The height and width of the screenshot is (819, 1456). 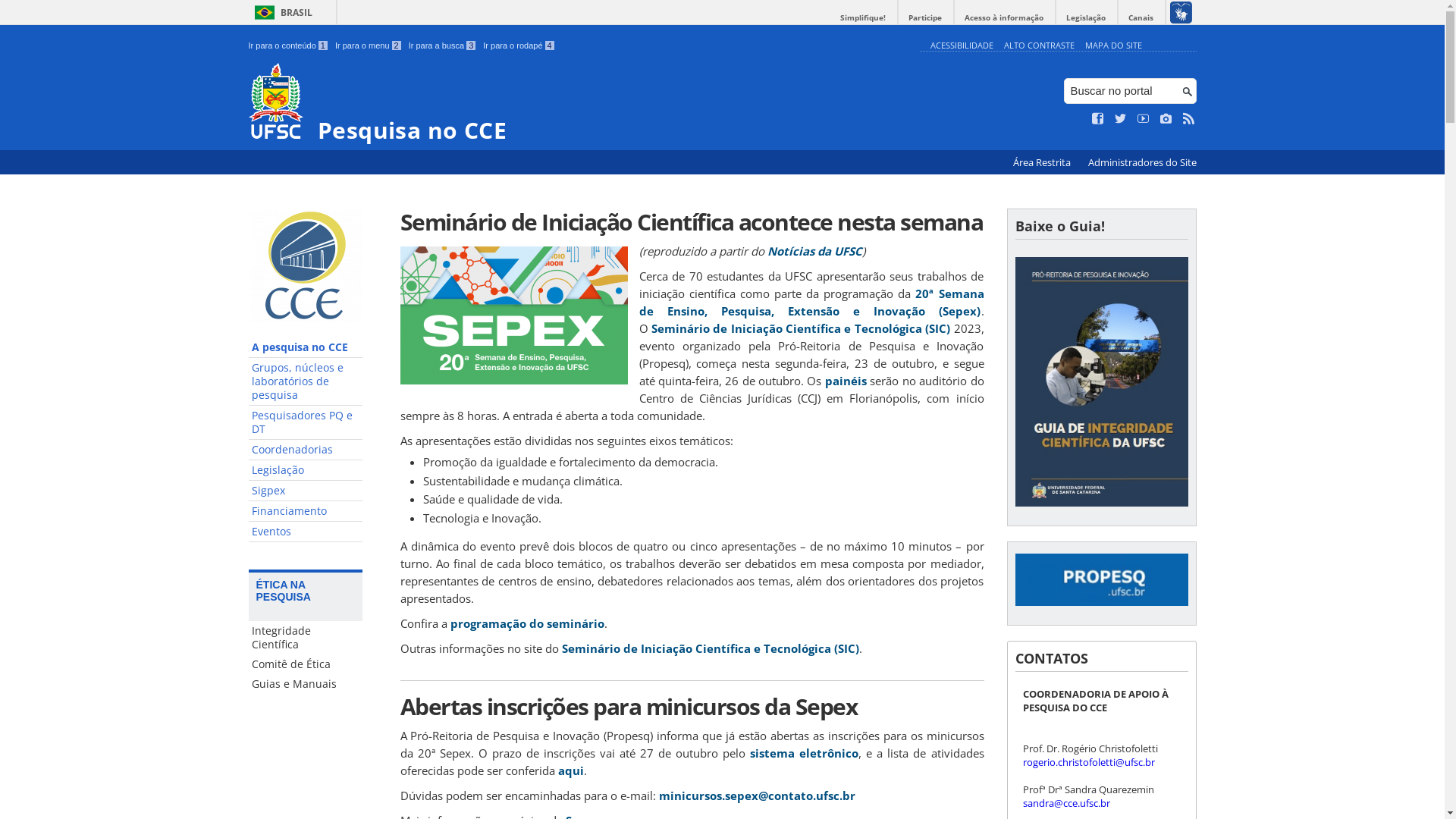 I want to click on 'Administradores do Site', so click(x=1141, y=162).